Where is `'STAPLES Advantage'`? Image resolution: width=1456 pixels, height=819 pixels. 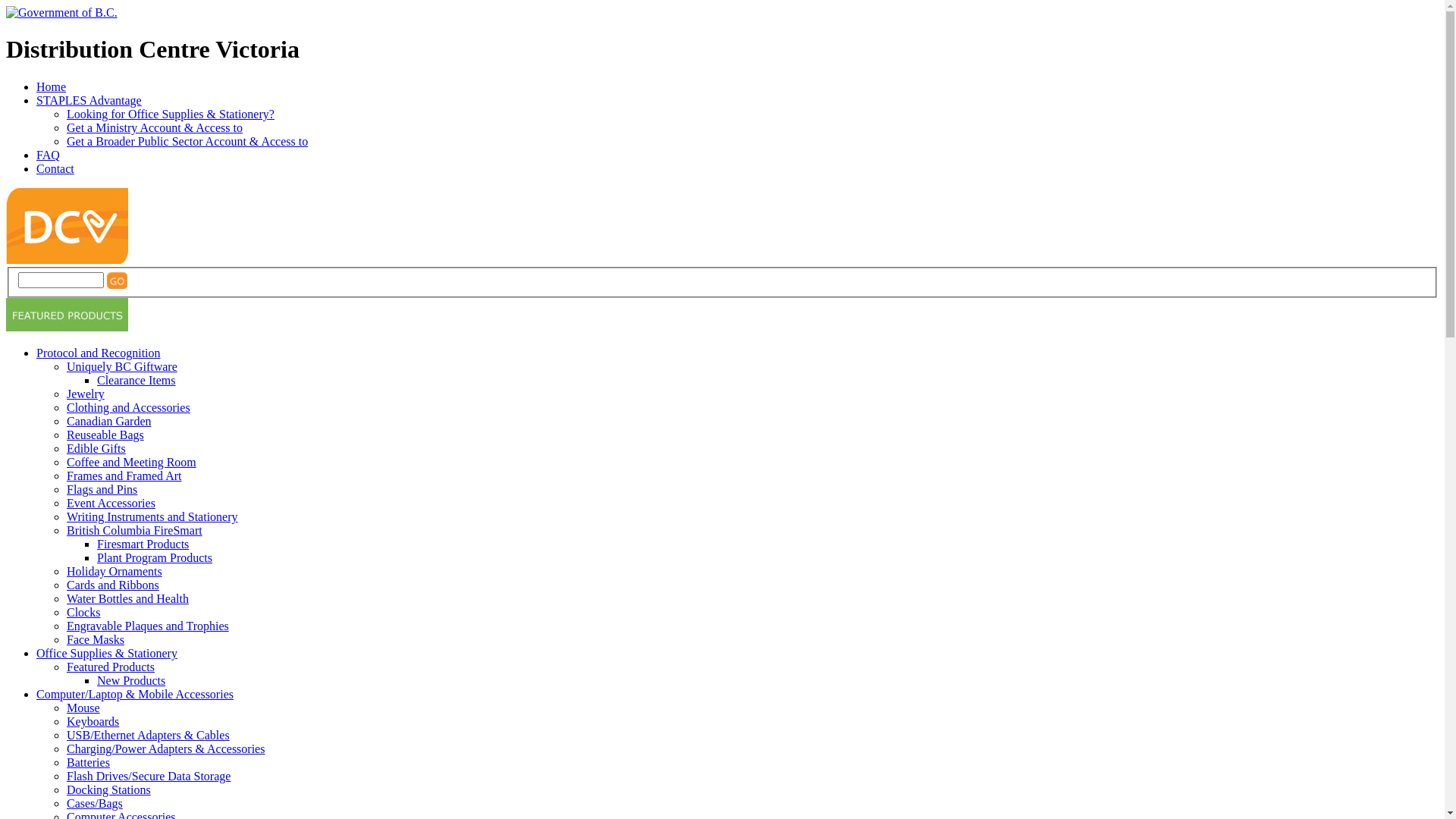 'STAPLES Advantage' is located at coordinates (36, 100).